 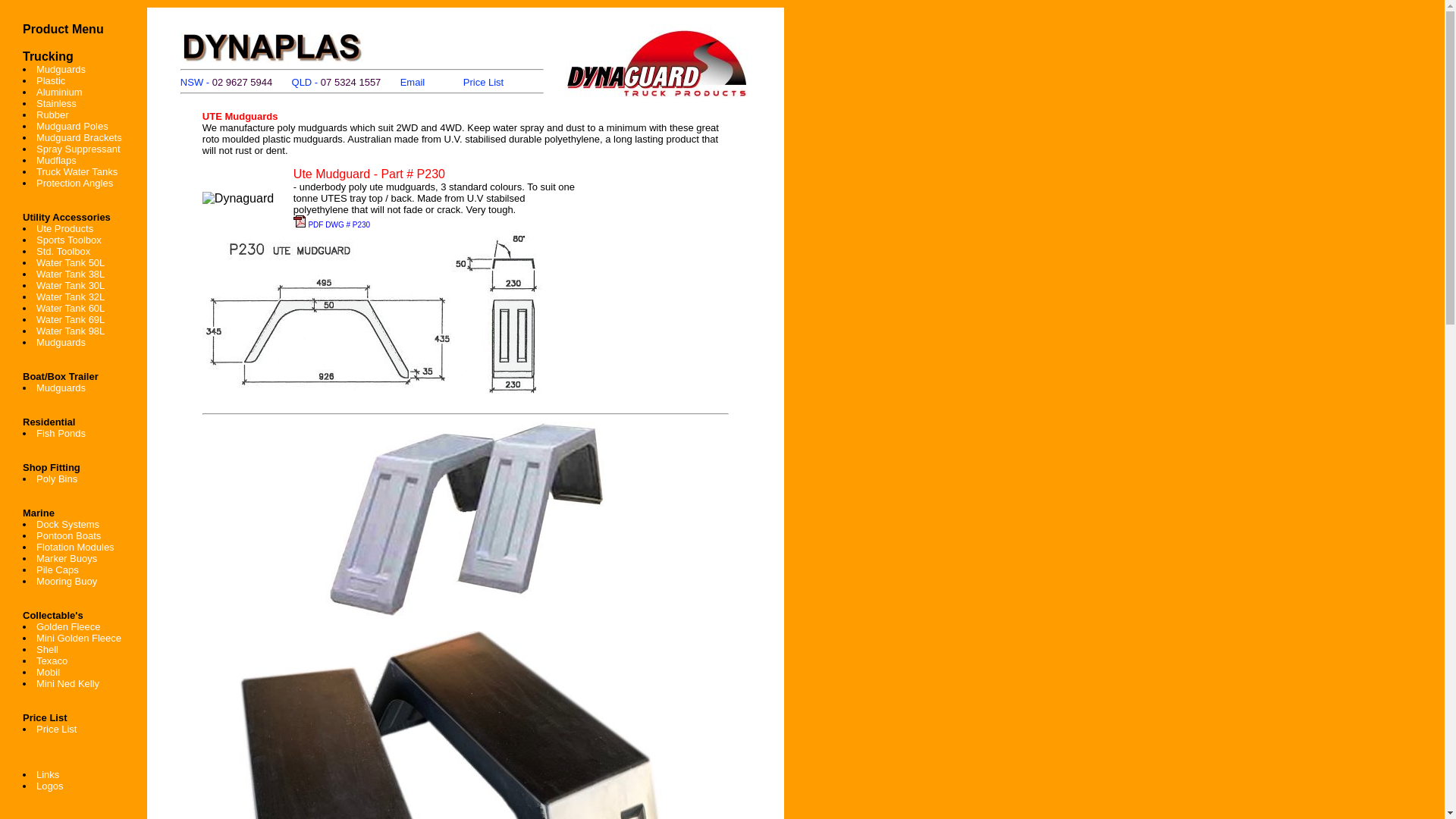 I want to click on 'Mudguard Brackets', so click(x=36, y=137).